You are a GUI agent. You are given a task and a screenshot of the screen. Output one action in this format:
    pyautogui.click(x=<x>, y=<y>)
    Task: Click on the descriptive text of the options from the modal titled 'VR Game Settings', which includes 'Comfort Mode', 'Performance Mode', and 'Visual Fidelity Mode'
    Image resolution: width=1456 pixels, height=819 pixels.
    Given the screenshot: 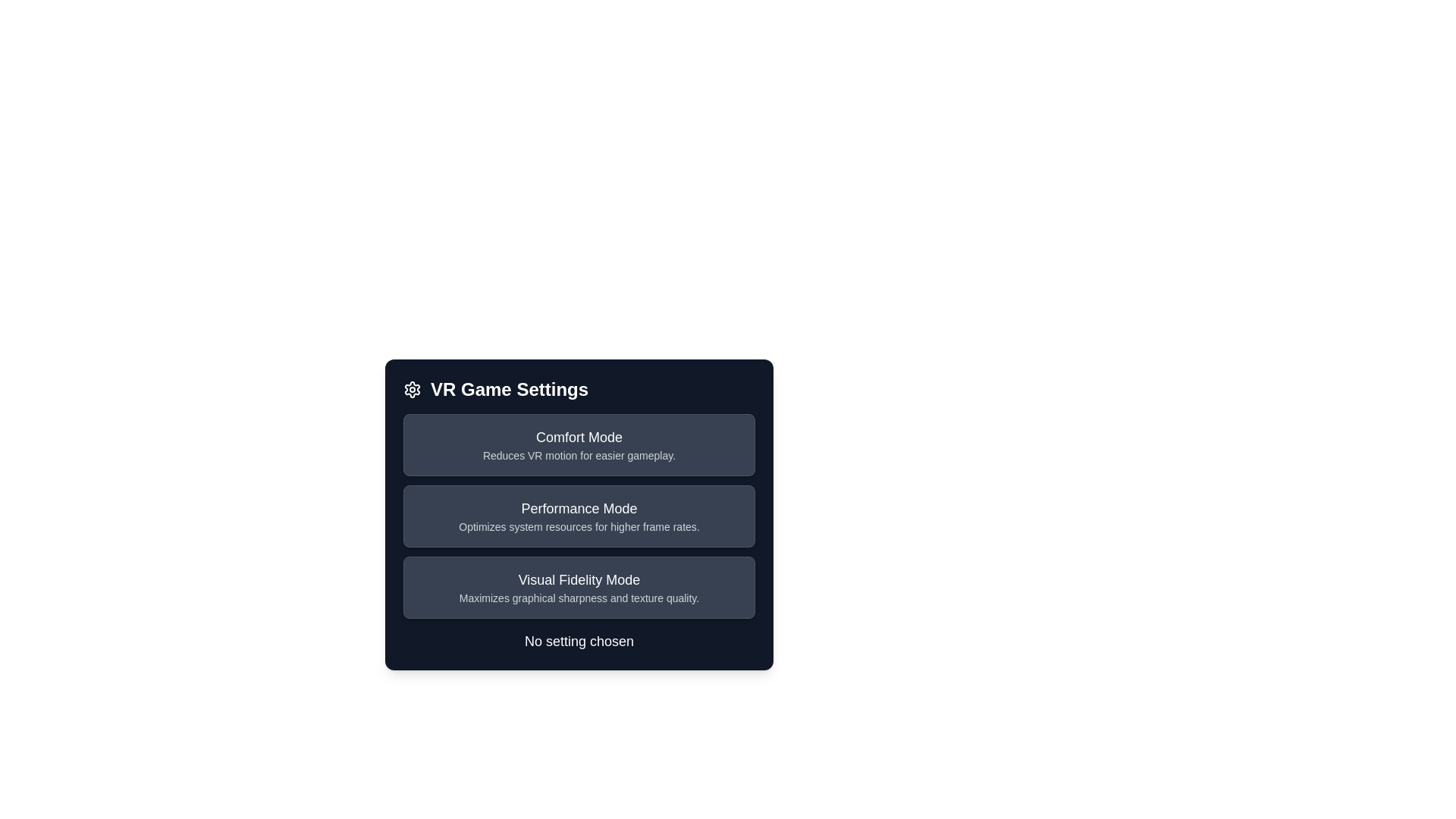 What is the action you would take?
    pyautogui.click(x=578, y=526)
    